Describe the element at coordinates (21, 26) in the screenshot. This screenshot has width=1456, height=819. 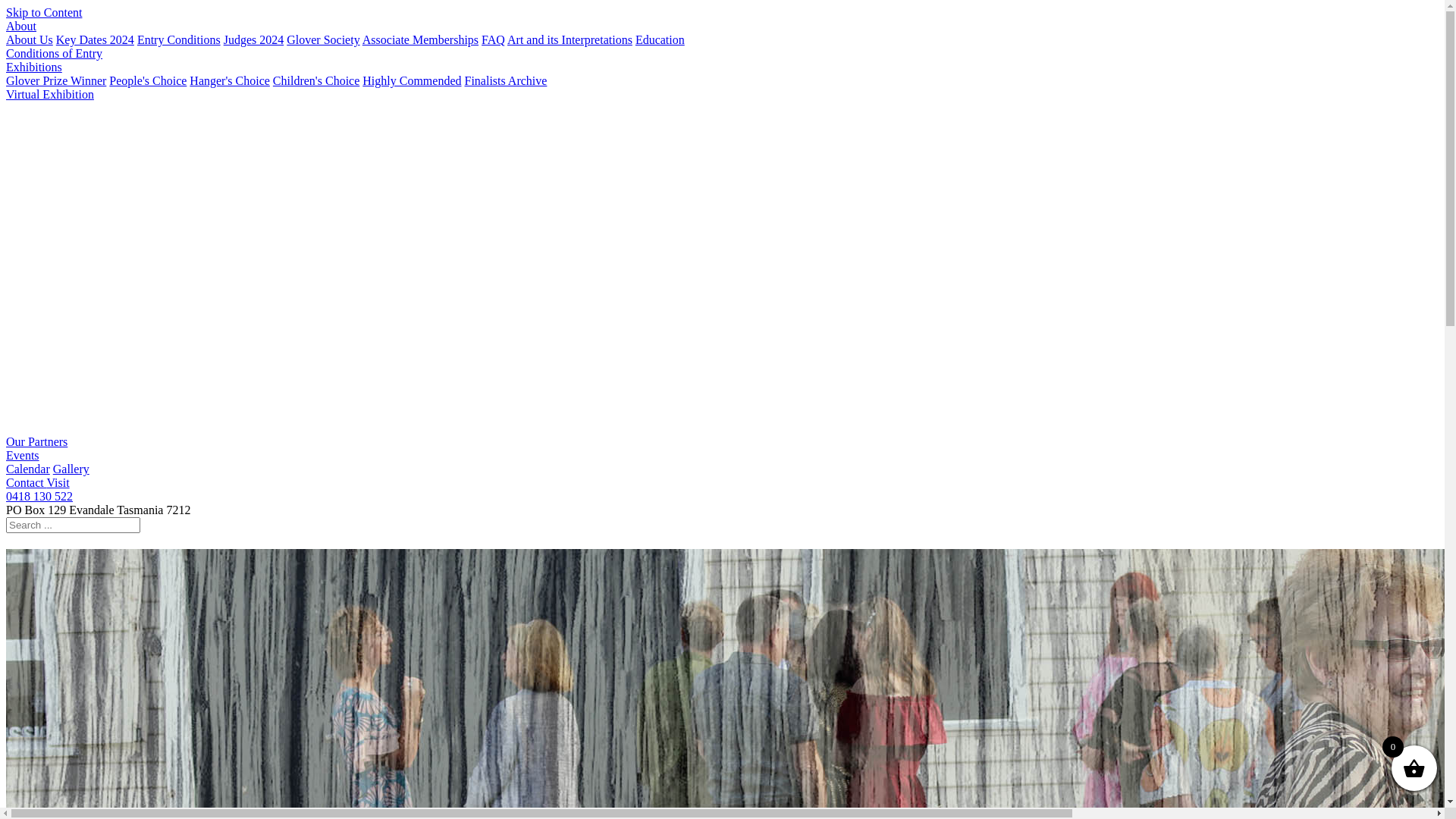
I see `'About'` at that location.